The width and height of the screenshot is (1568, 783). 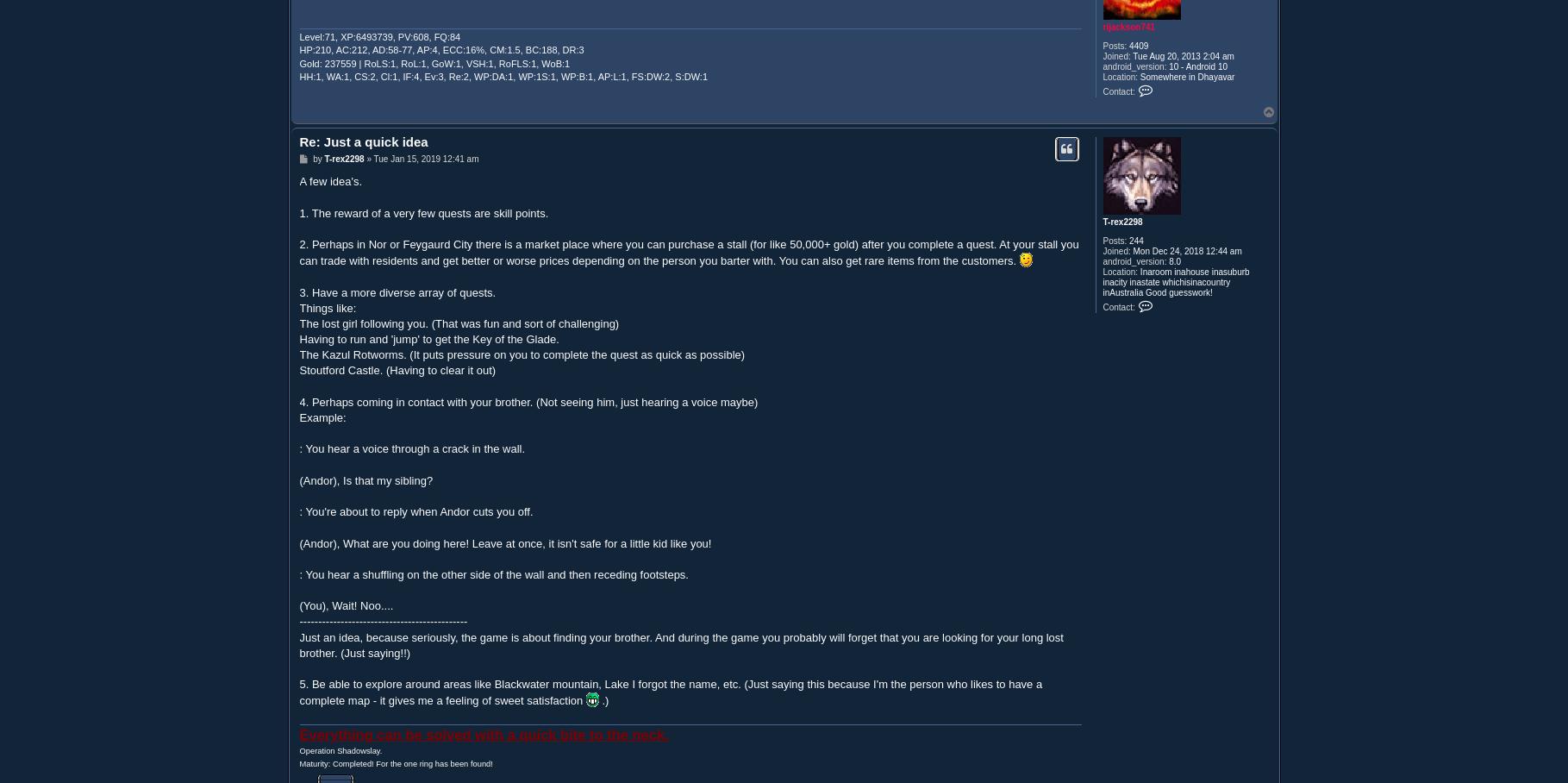 I want to click on 'Re: Just a quick idea', so click(x=363, y=140).